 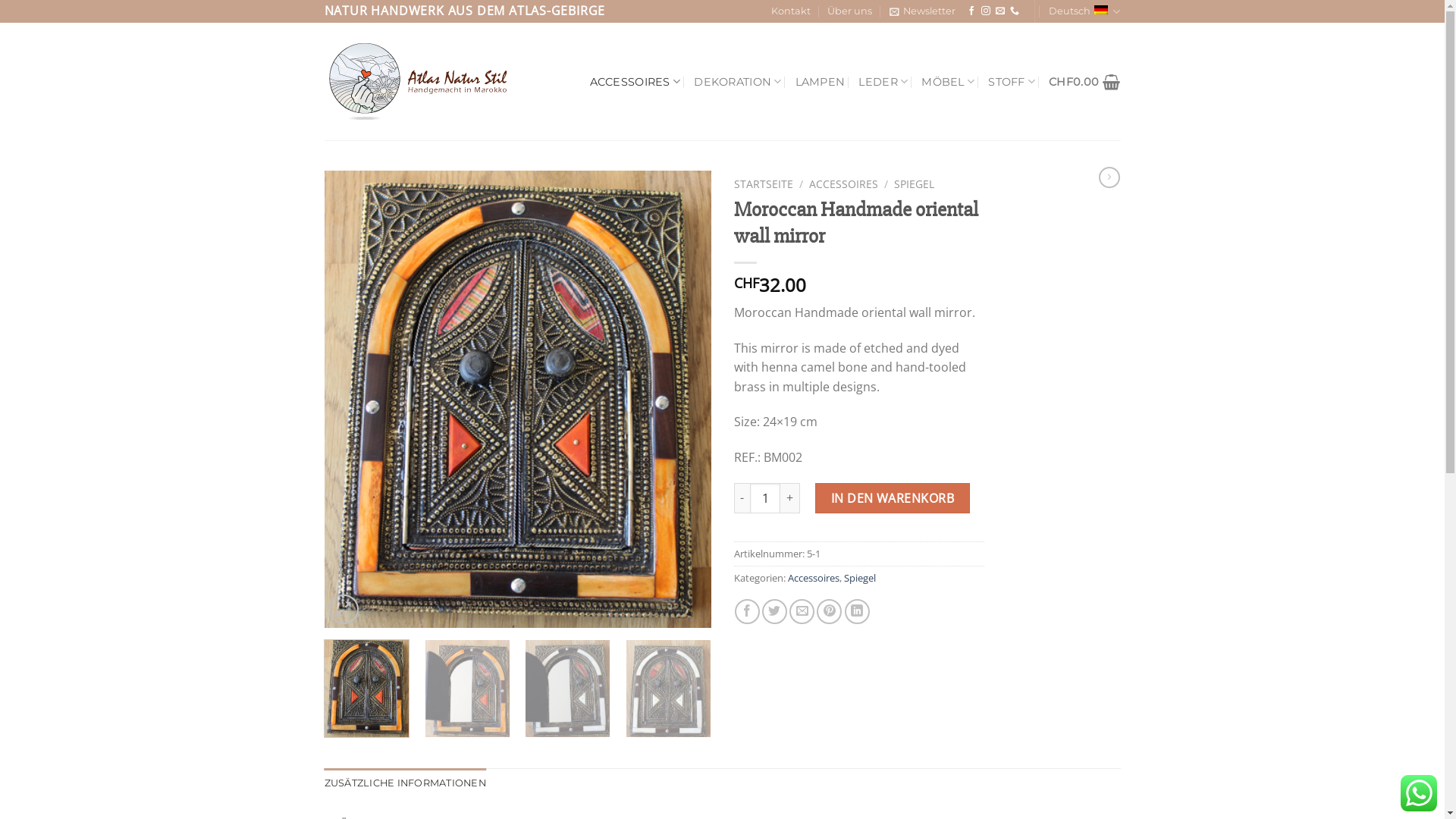 I want to click on 'SPIEGEL', so click(x=894, y=183).